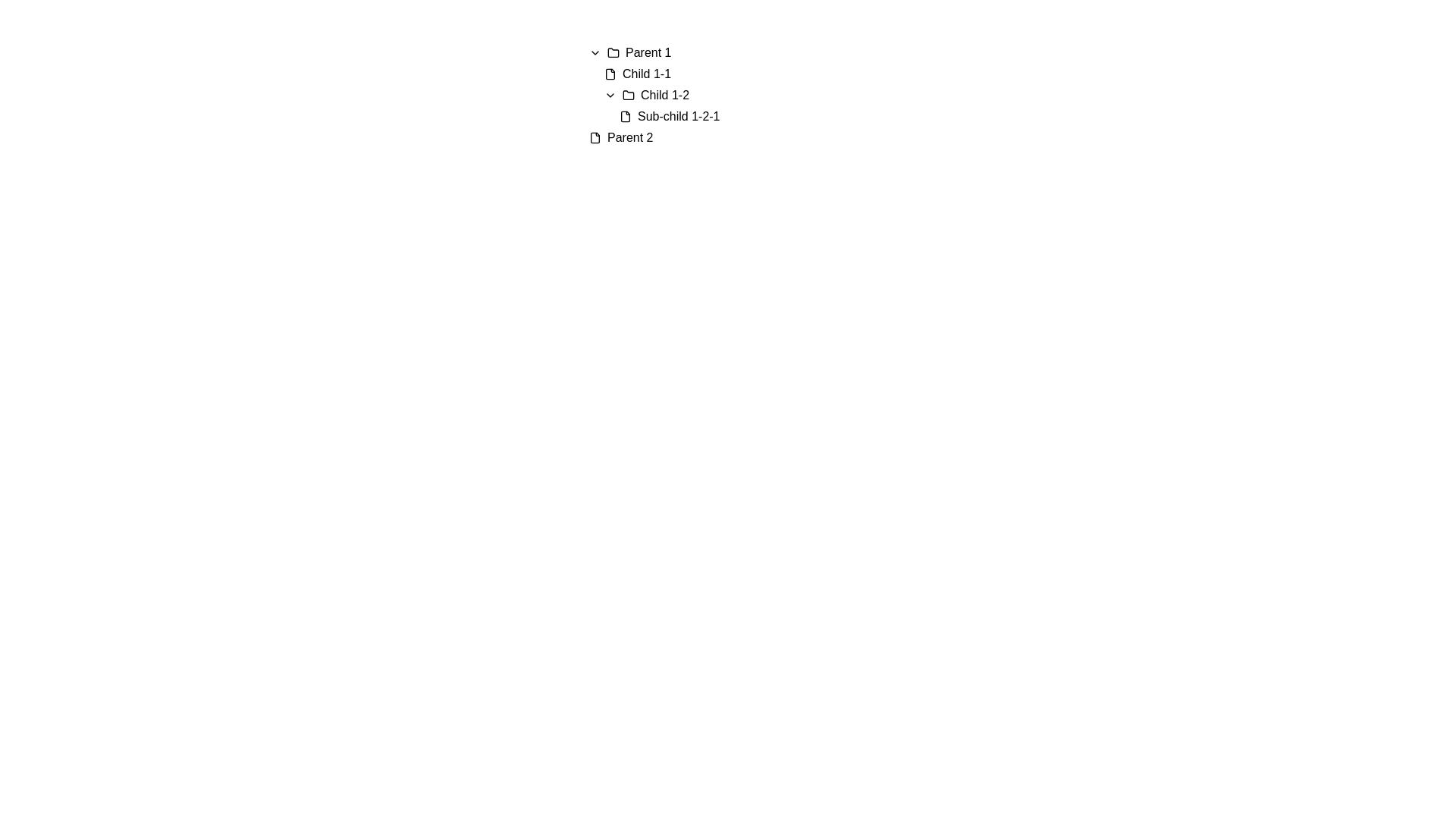 This screenshot has height=819, width=1456. What do you see at coordinates (626, 116) in the screenshot?
I see `the main document body icon of the file graphic, which is the first part of the composite SVG element` at bounding box center [626, 116].